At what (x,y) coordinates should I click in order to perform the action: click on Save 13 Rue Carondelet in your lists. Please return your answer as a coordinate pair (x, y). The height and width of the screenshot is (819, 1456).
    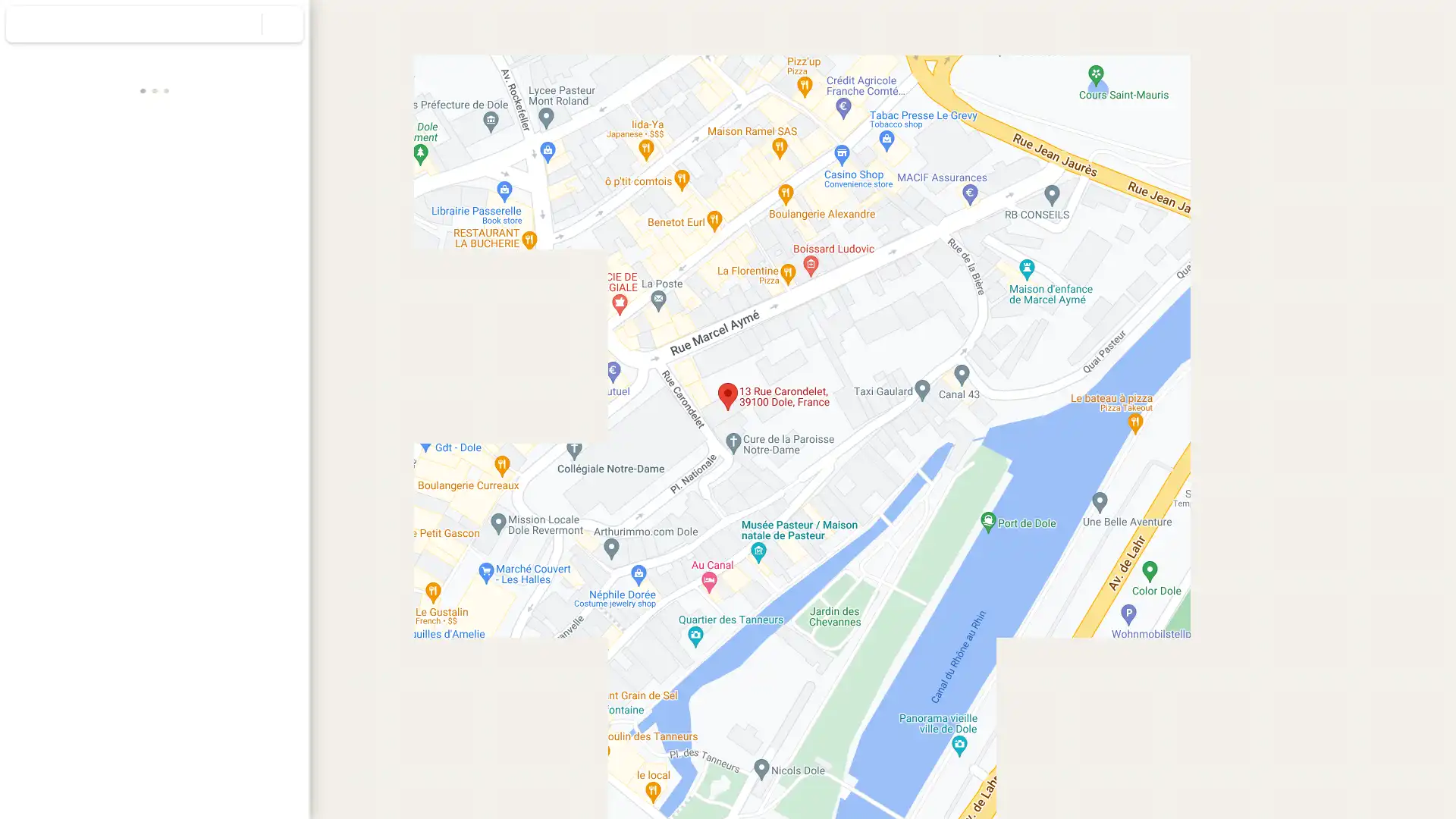
    Looking at the image, I should click on (98, 275).